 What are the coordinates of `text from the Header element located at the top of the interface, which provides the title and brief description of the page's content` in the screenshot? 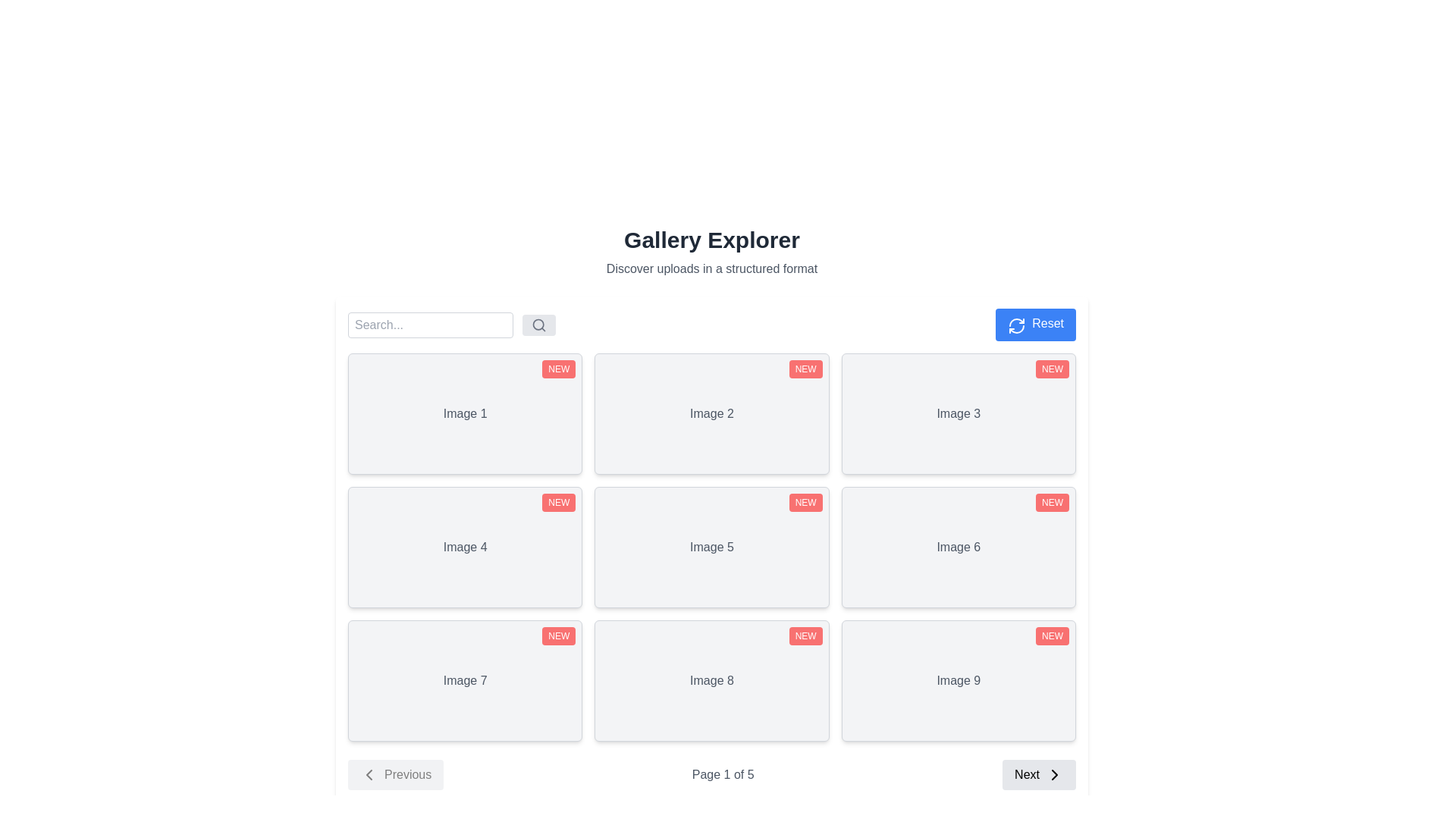 It's located at (711, 251).